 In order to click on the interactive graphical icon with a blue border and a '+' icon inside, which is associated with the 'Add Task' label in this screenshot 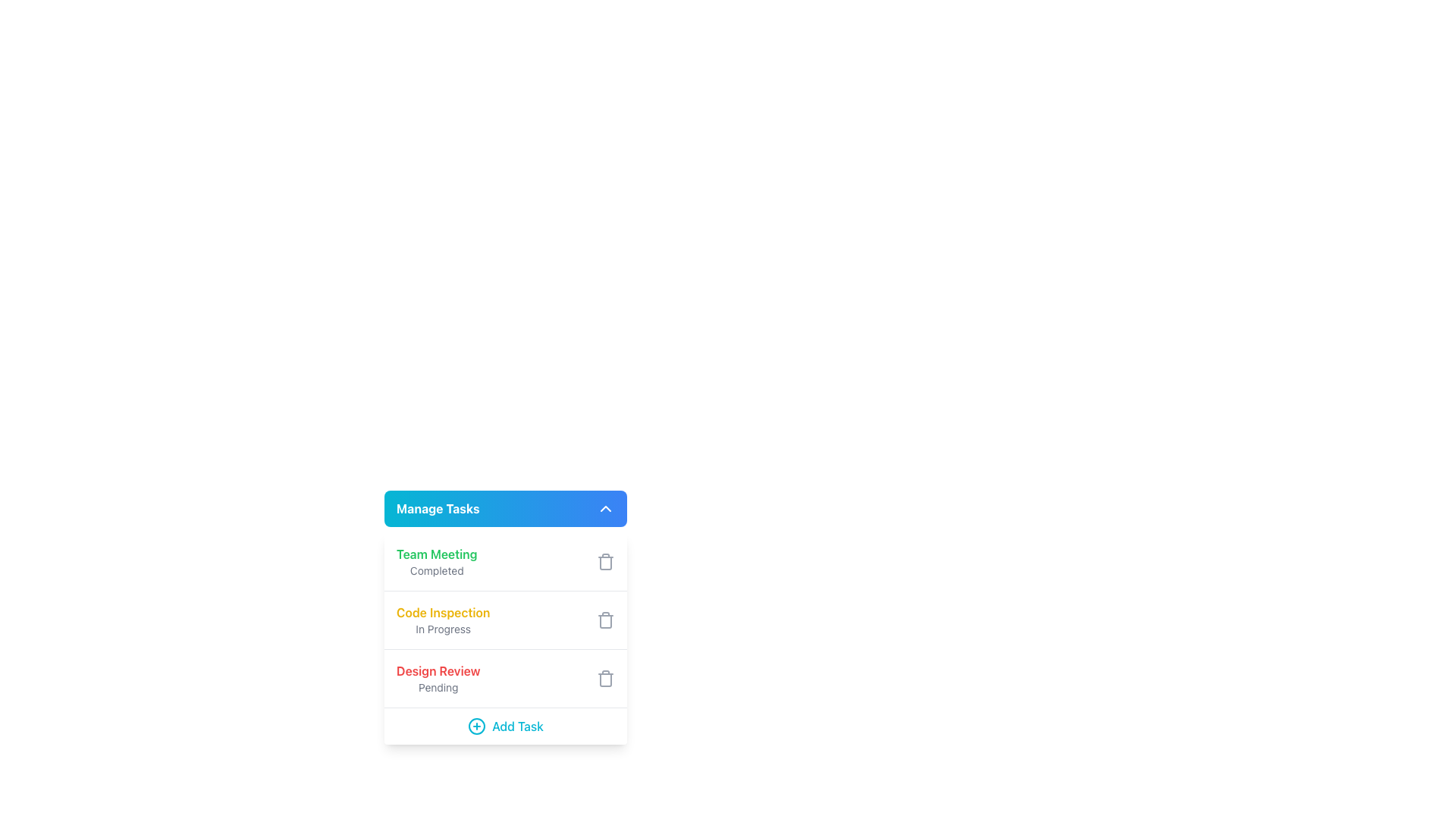, I will do `click(475, 725)`.